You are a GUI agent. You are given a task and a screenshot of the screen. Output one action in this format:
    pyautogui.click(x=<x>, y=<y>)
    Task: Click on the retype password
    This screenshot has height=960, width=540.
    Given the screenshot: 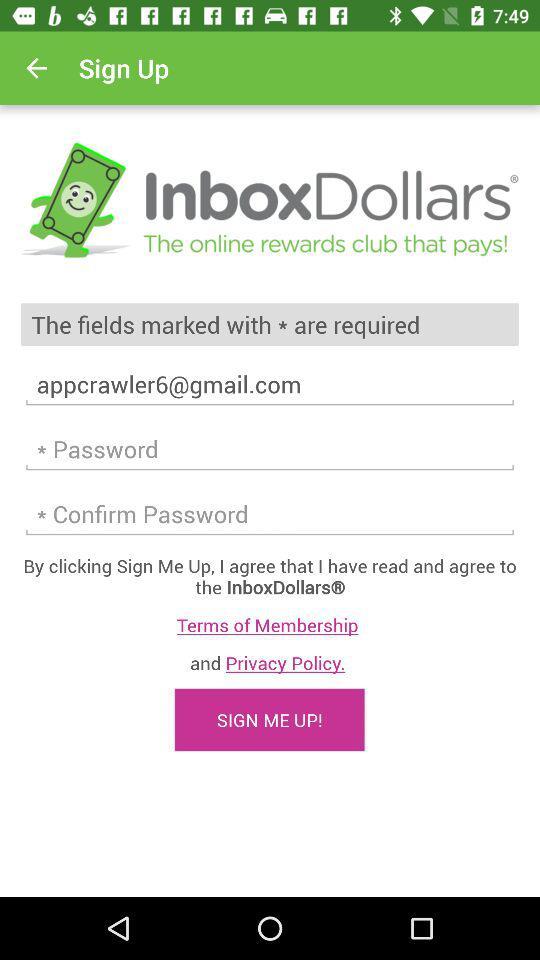 What is the action you would take?
    pyautogui.click(x=270, y=513)
    